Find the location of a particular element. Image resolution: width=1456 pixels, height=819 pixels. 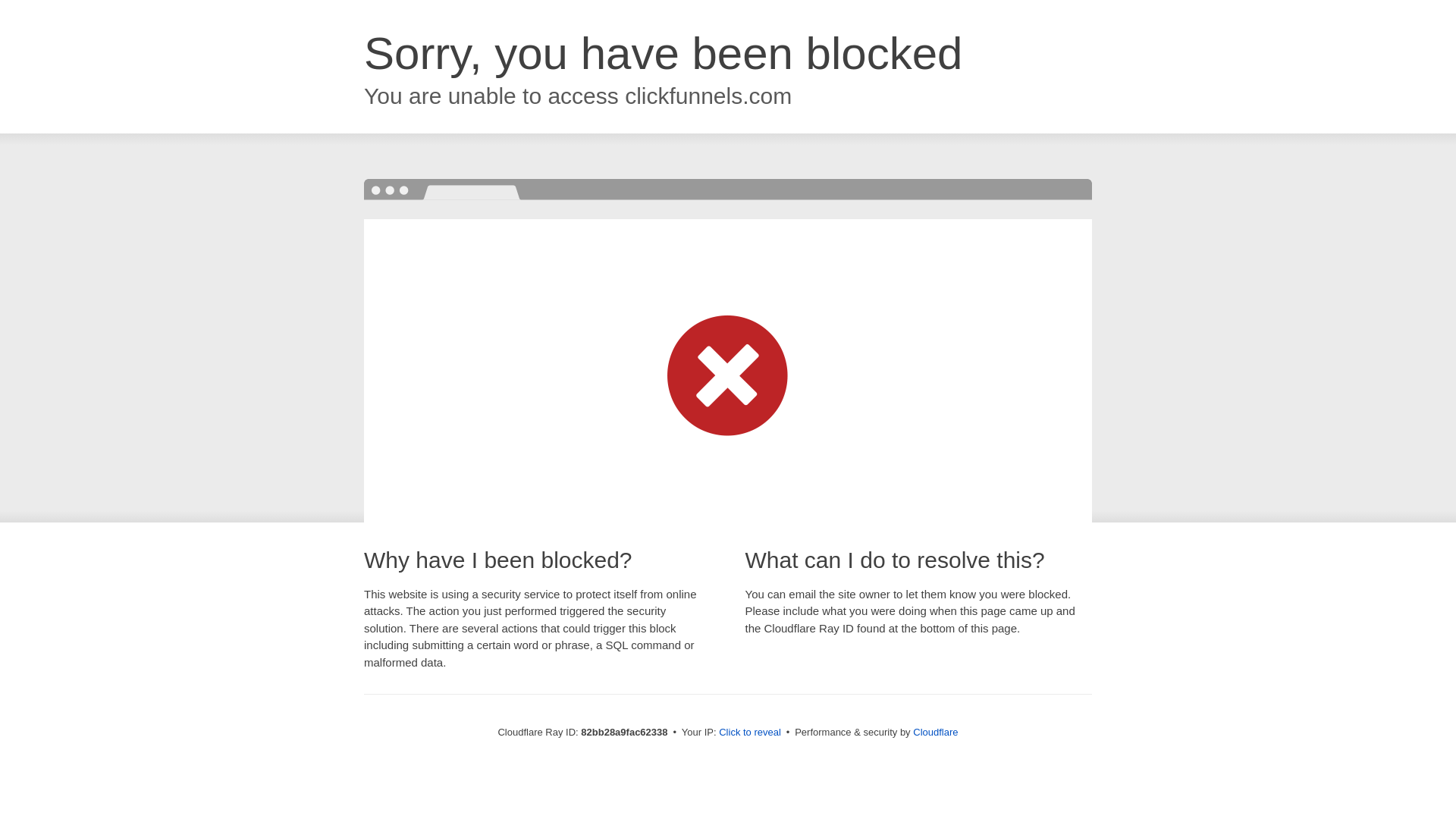

'Click to reveal' is located at coordinates (749, 731).